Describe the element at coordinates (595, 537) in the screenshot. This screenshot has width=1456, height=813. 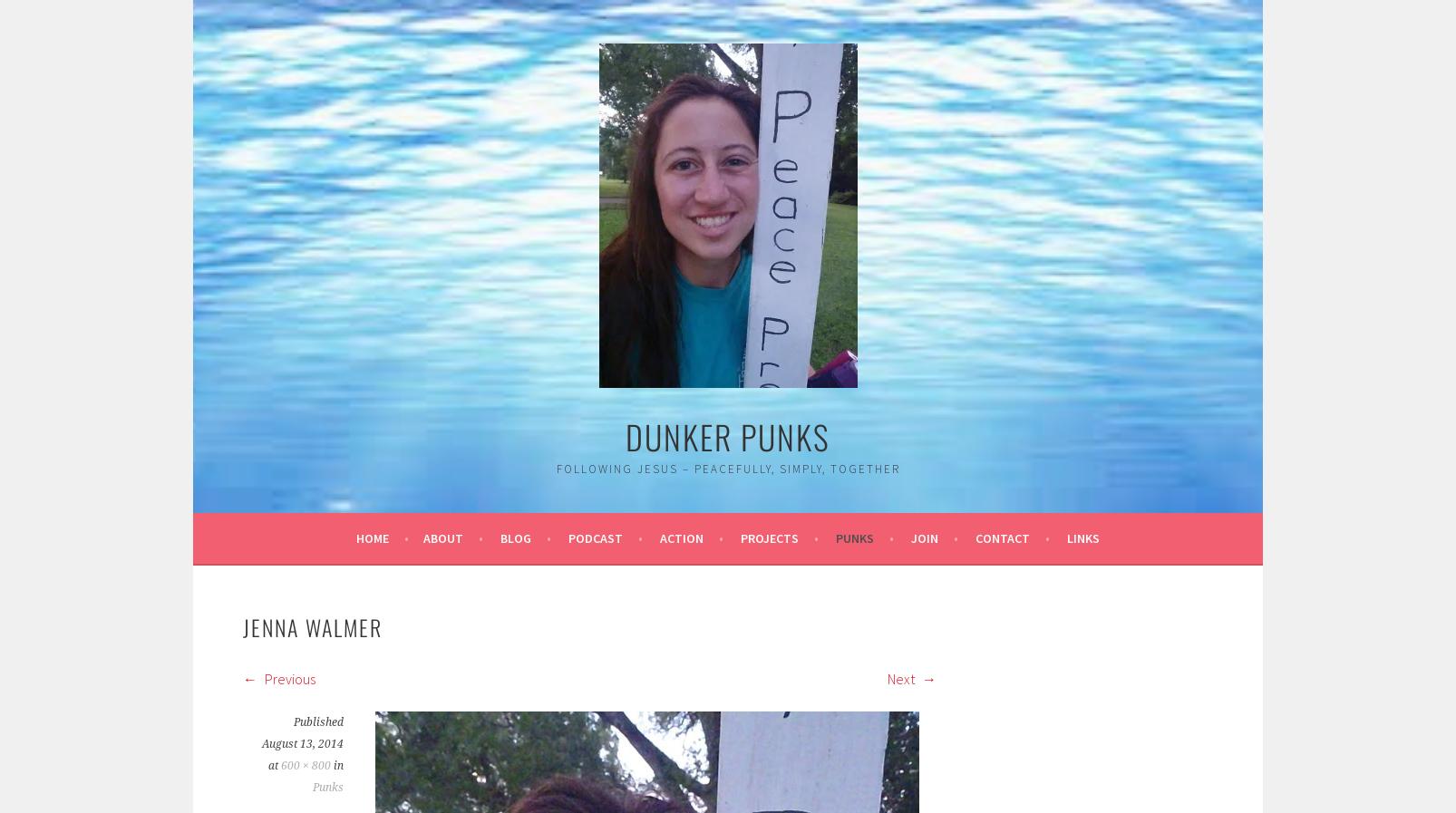
I see `'Podcast'` at that location.